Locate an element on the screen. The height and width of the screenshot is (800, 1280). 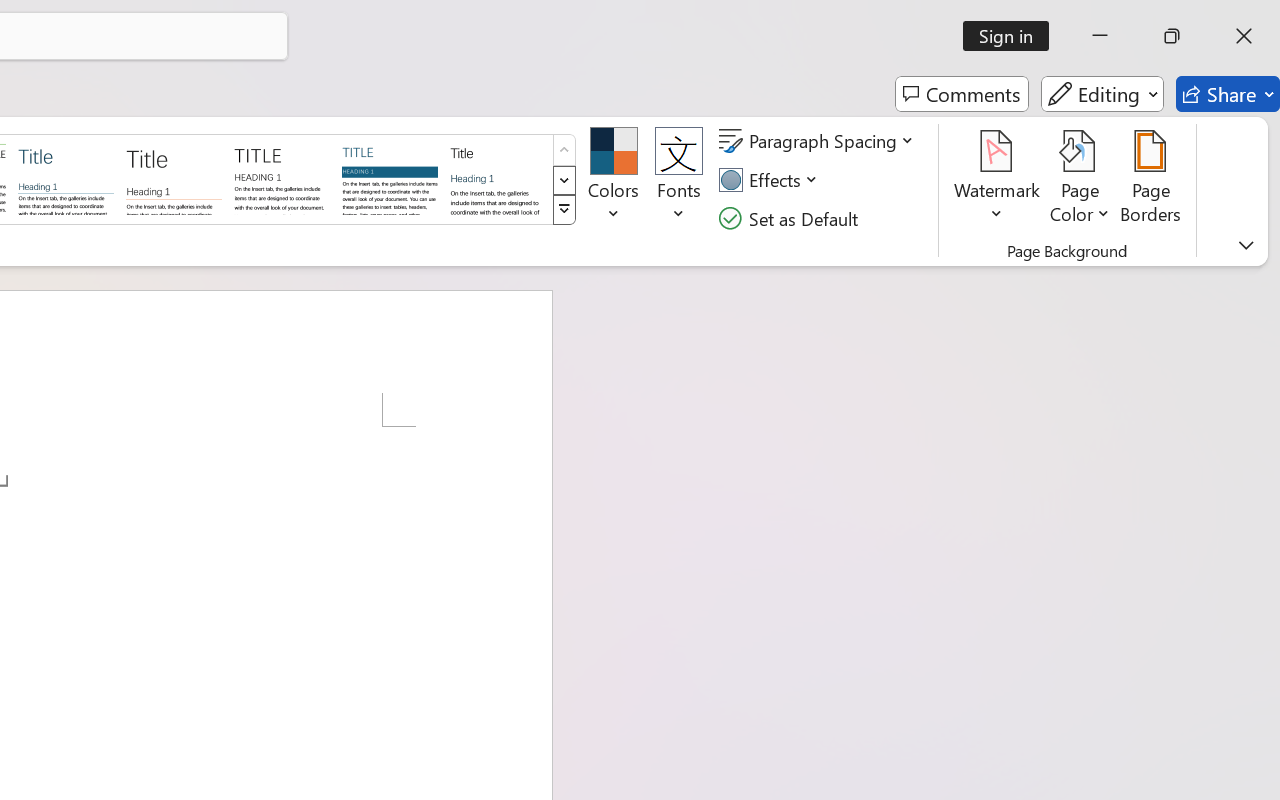
'Page Borders...' is located at coordinates (1151, 179).